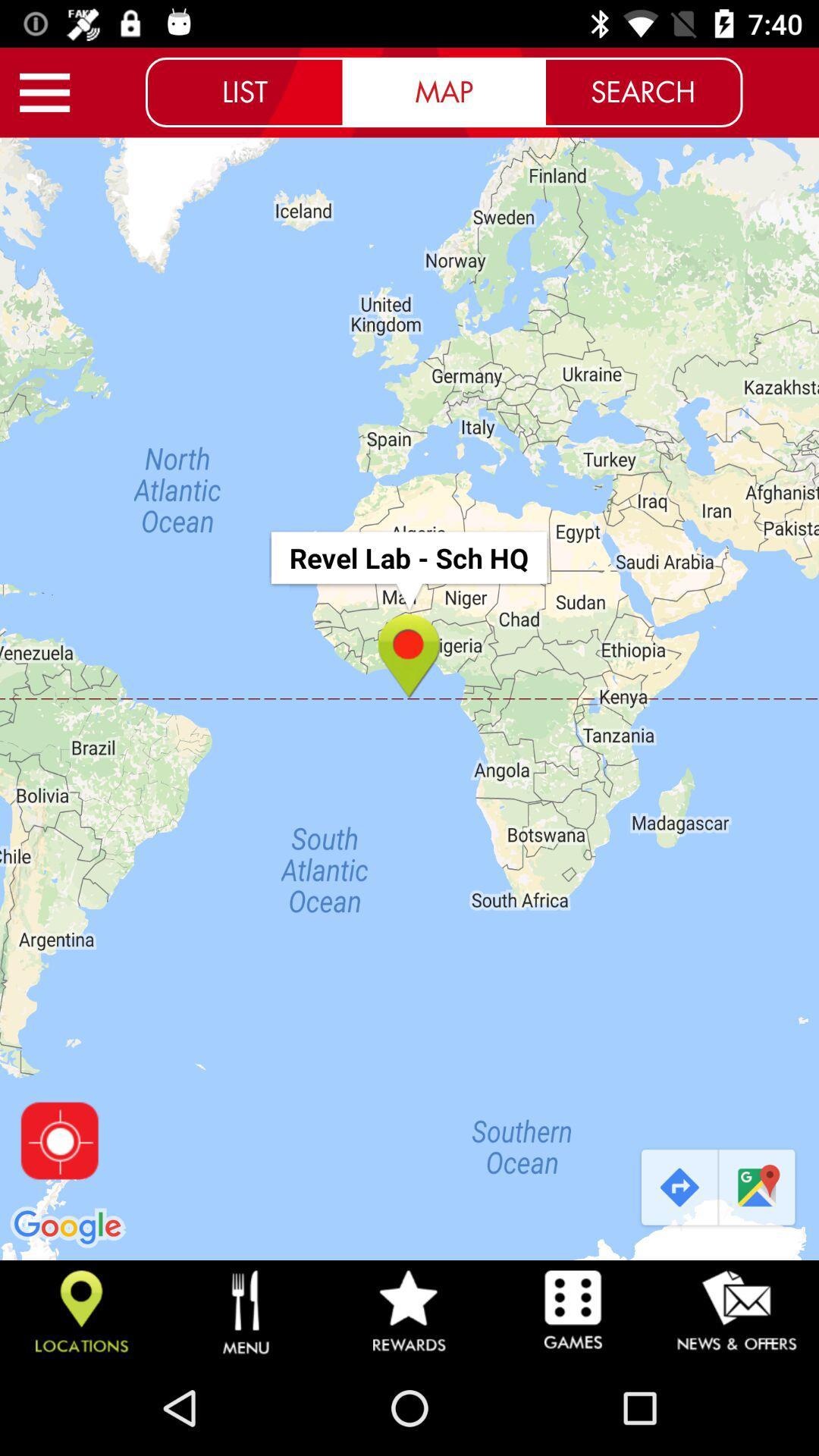  I want to click on icon below search icon, so click(758, 1188).